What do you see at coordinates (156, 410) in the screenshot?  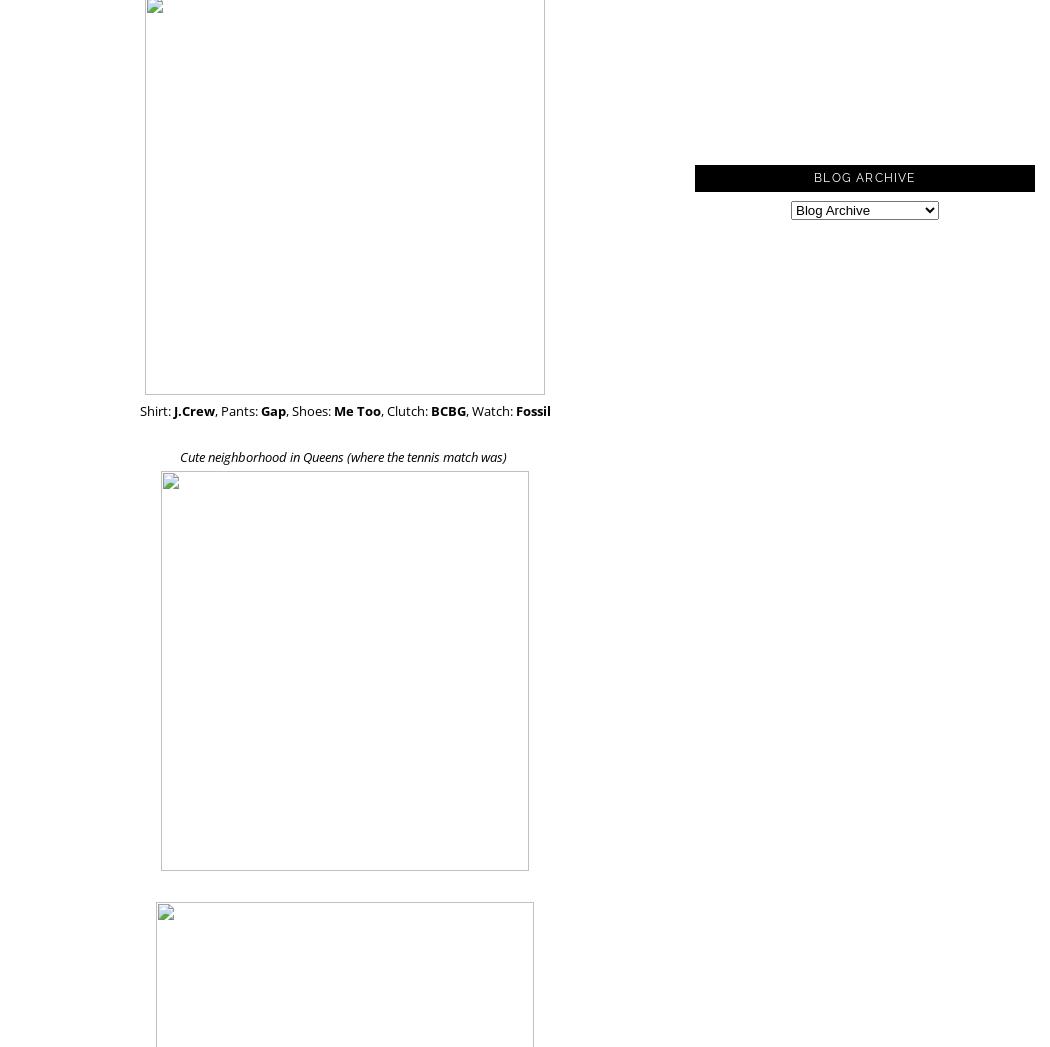 I see `'Shirt:'` at bounding box center [156, 410].